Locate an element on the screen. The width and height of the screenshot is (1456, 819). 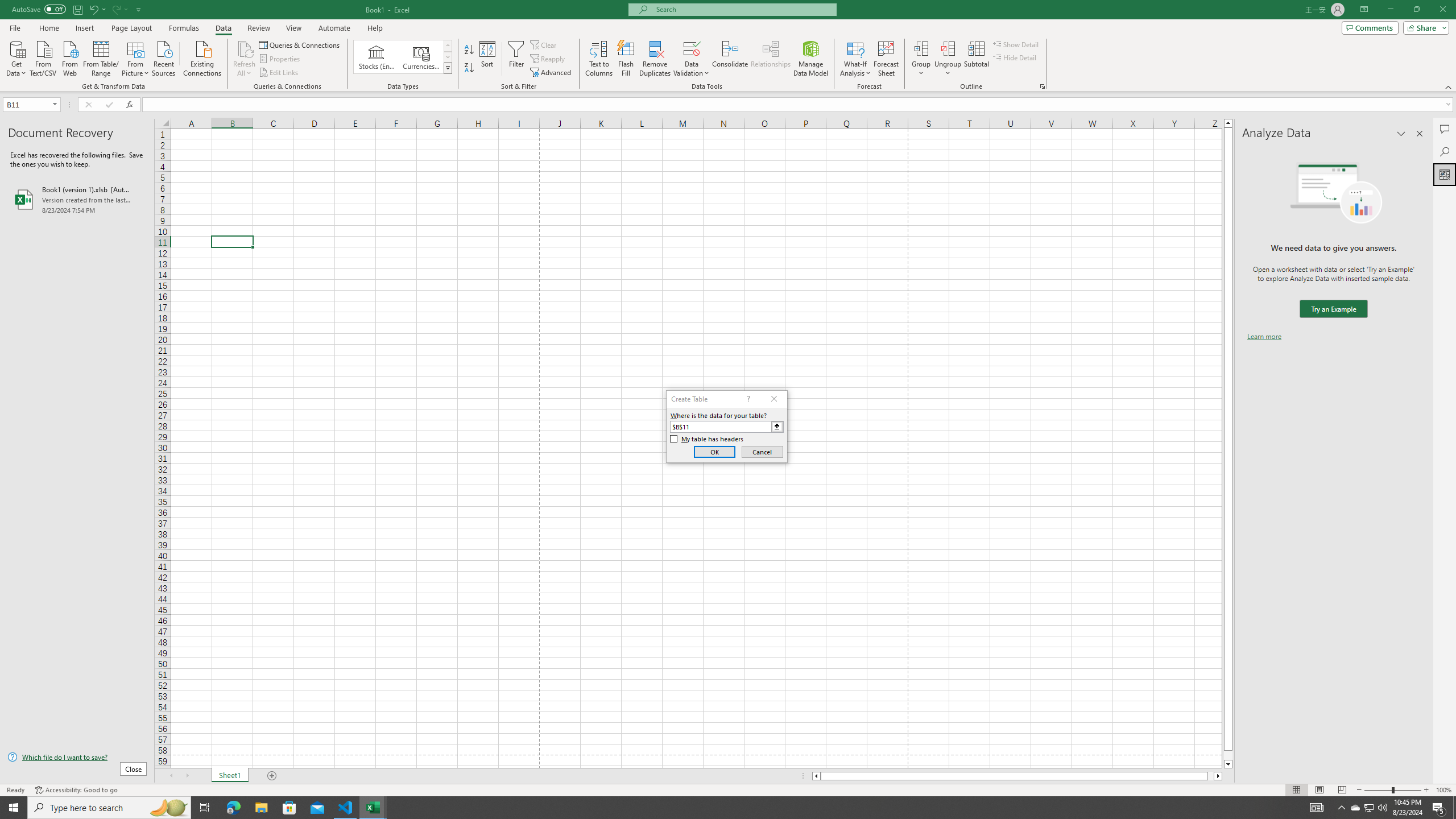
'Existing Connections' is located at coordinates (201, 57).